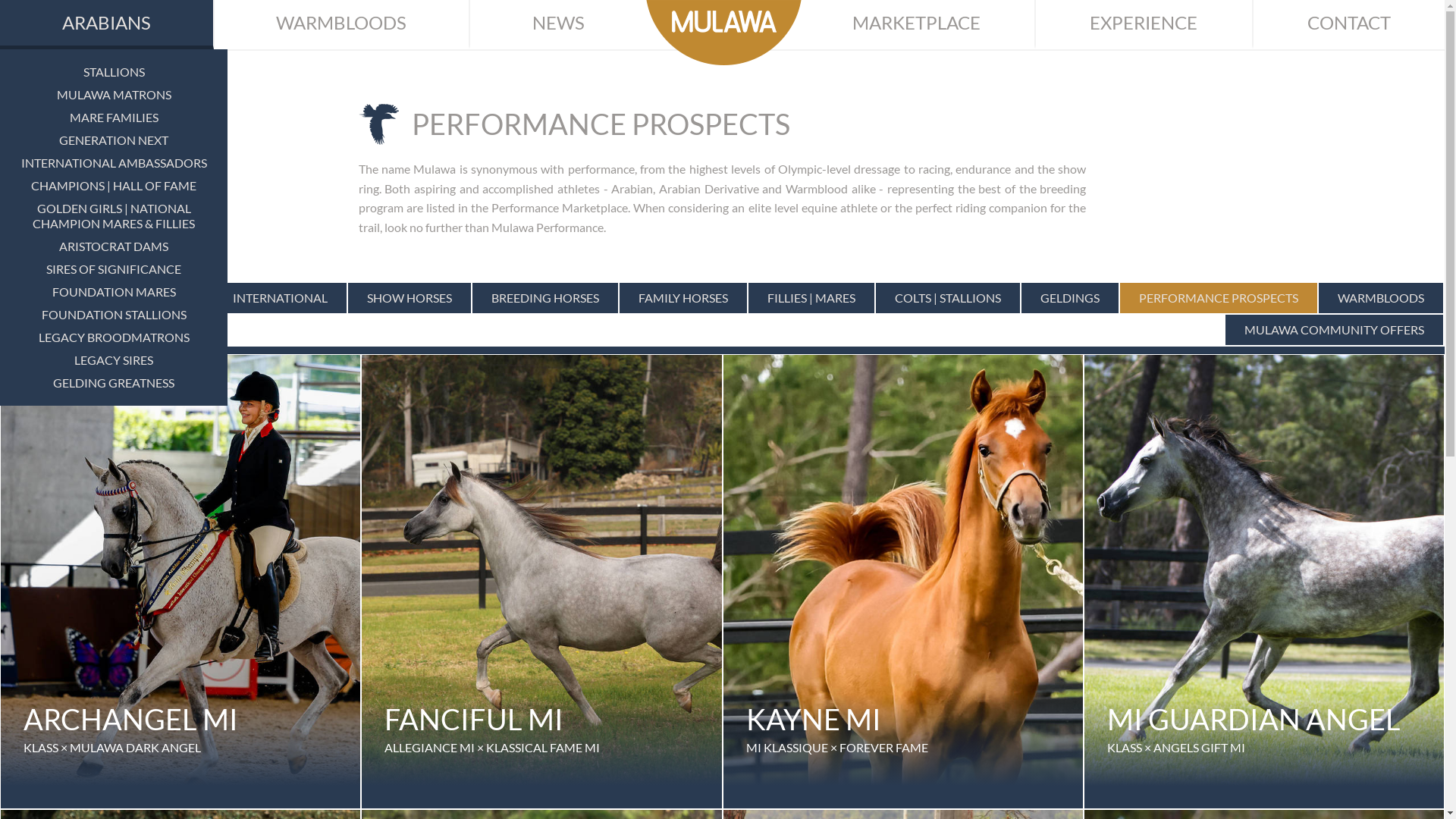  I want to click on 'MULAWA COMMUNITY OFFERS', so click(1333, 329).